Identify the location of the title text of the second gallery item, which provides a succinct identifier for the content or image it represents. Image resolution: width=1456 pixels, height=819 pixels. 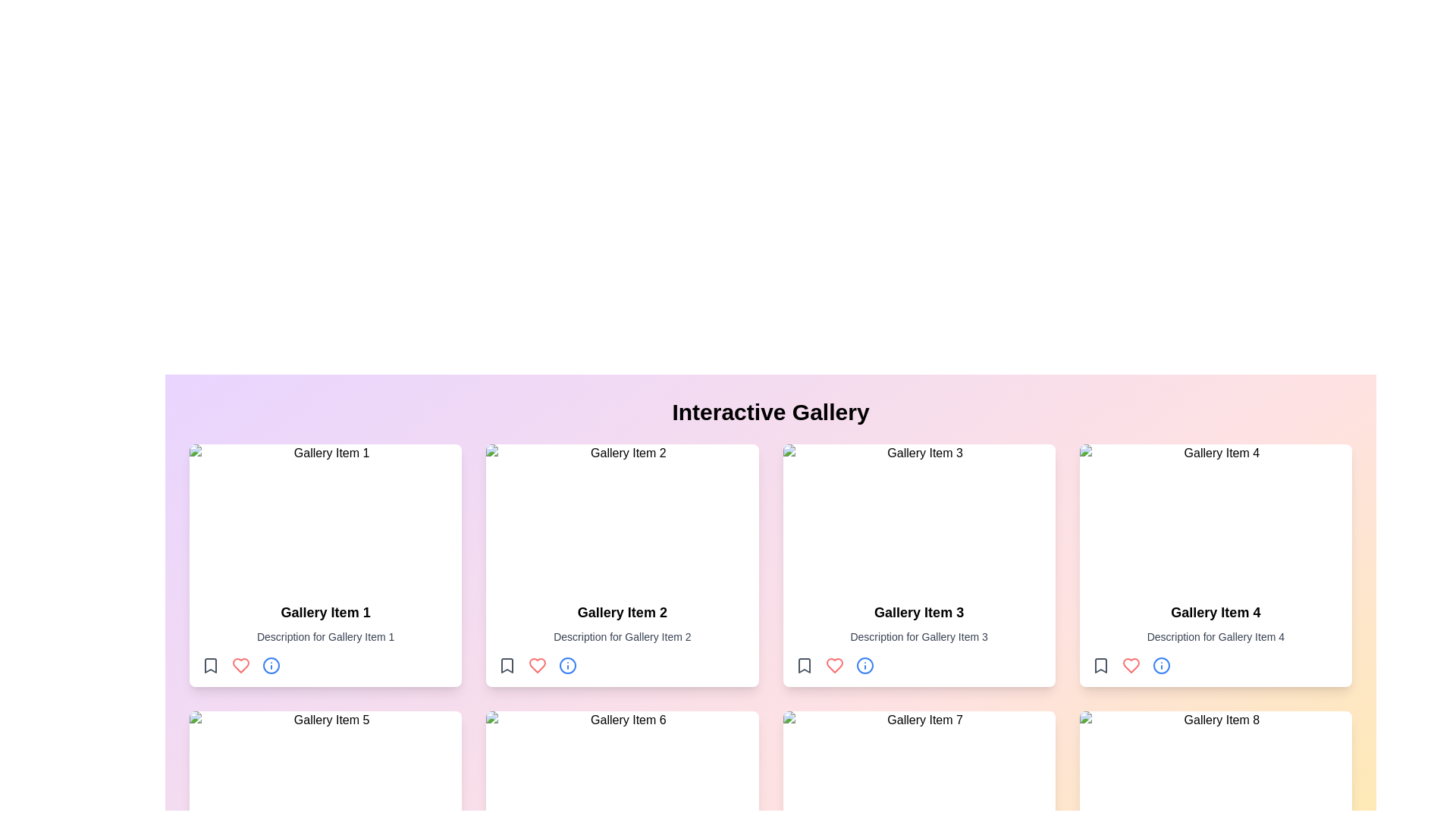
(622, 611).